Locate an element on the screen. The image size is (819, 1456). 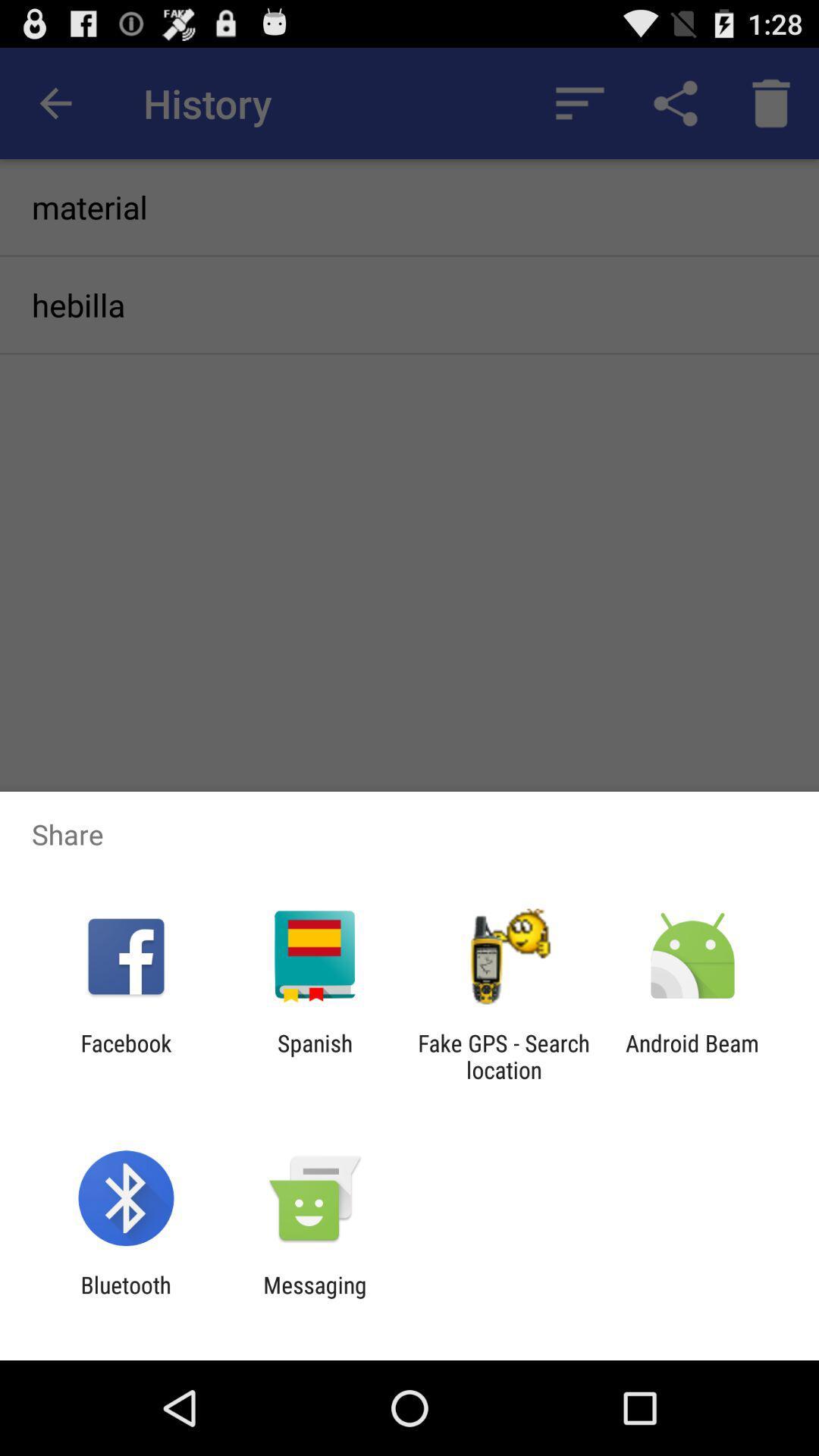
the fake gps search icon is located at coordinates (504, 1056).